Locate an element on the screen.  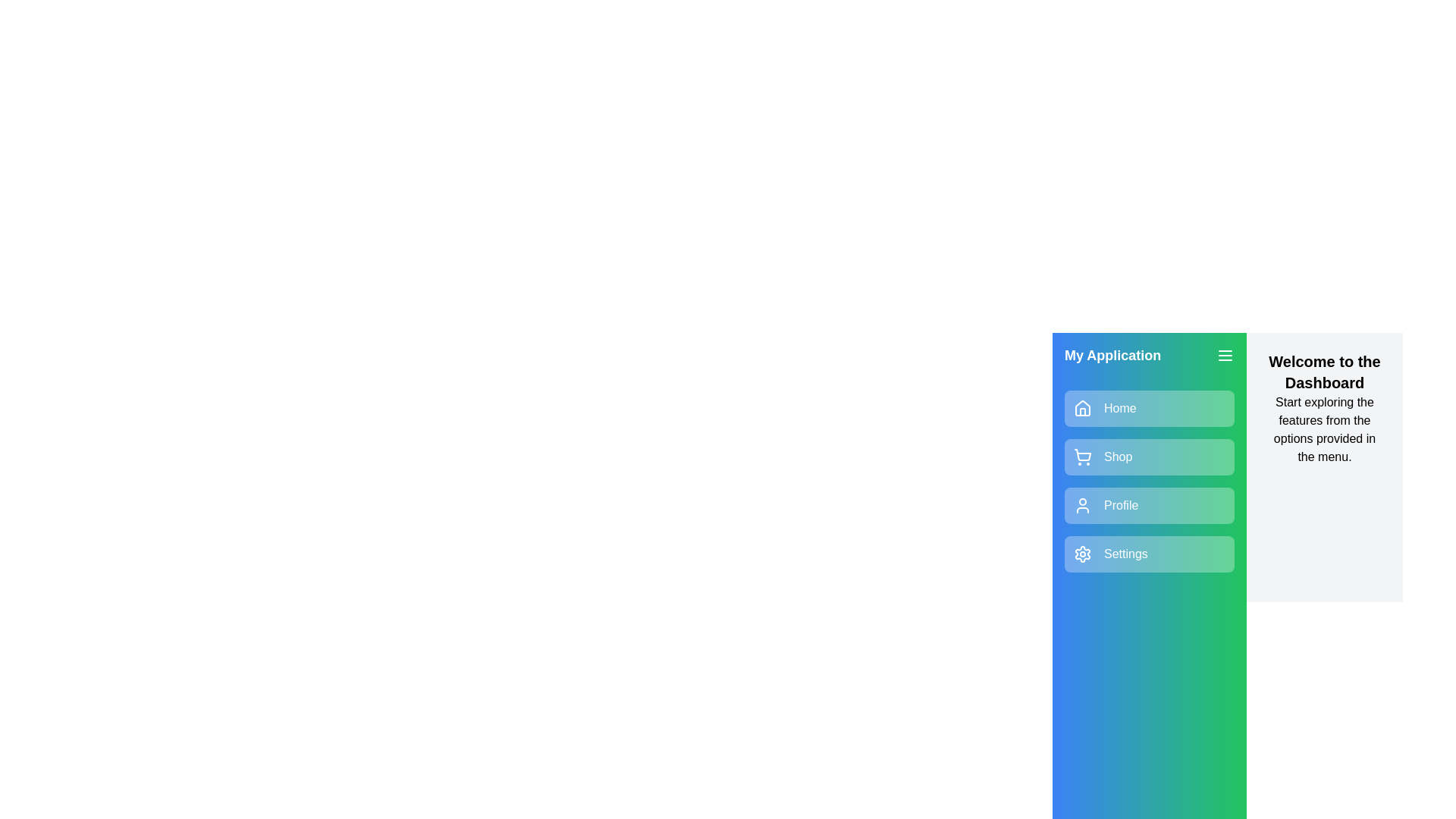
the menu item corresponding to Home is located at coordinates (1150, 408).